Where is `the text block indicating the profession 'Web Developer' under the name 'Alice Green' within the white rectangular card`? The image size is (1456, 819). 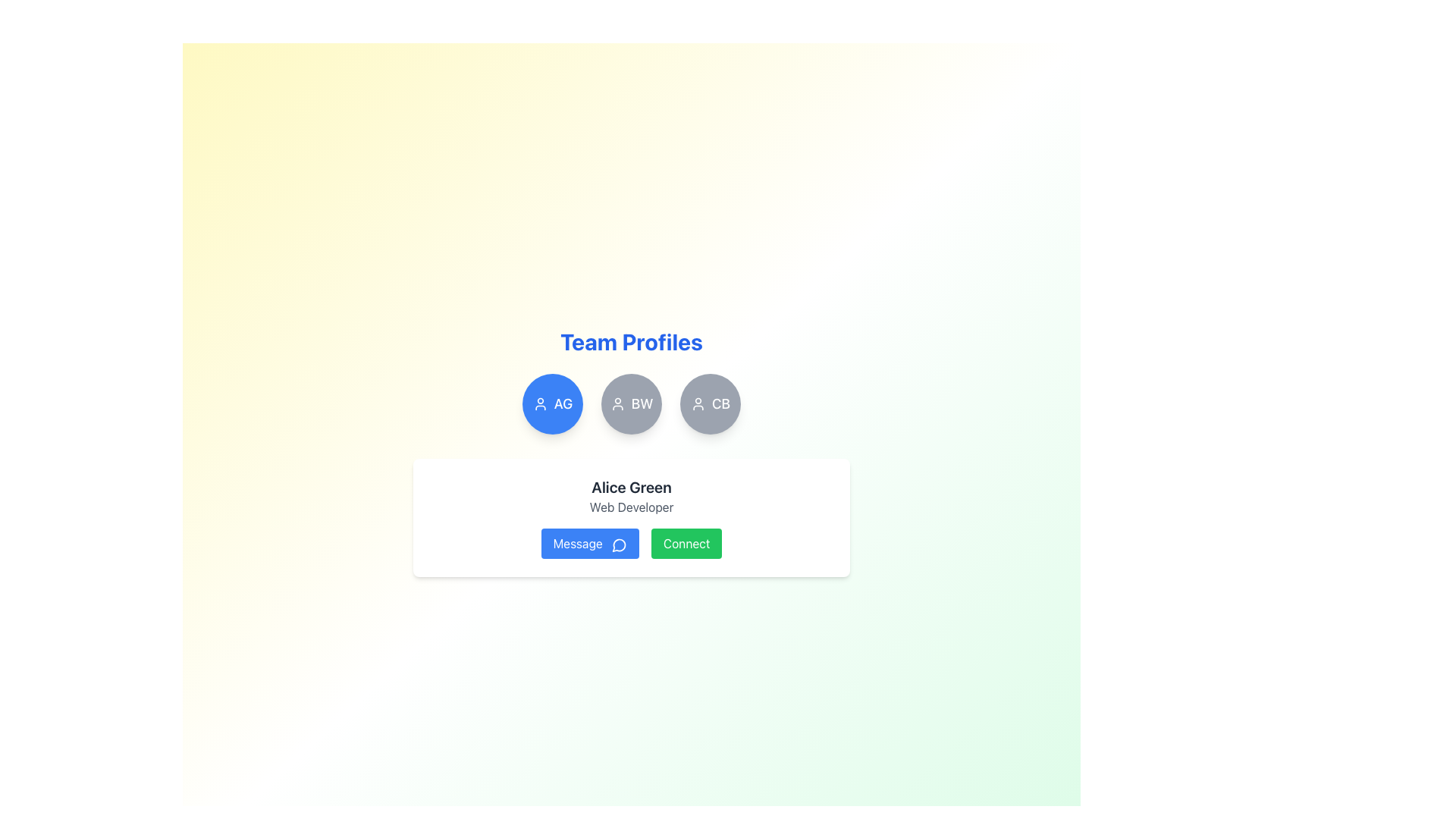 the text block indicating the profession 'Web Developer' under the name 'Alice Green' within the white rectangular card is located at coordinates (632, 507).